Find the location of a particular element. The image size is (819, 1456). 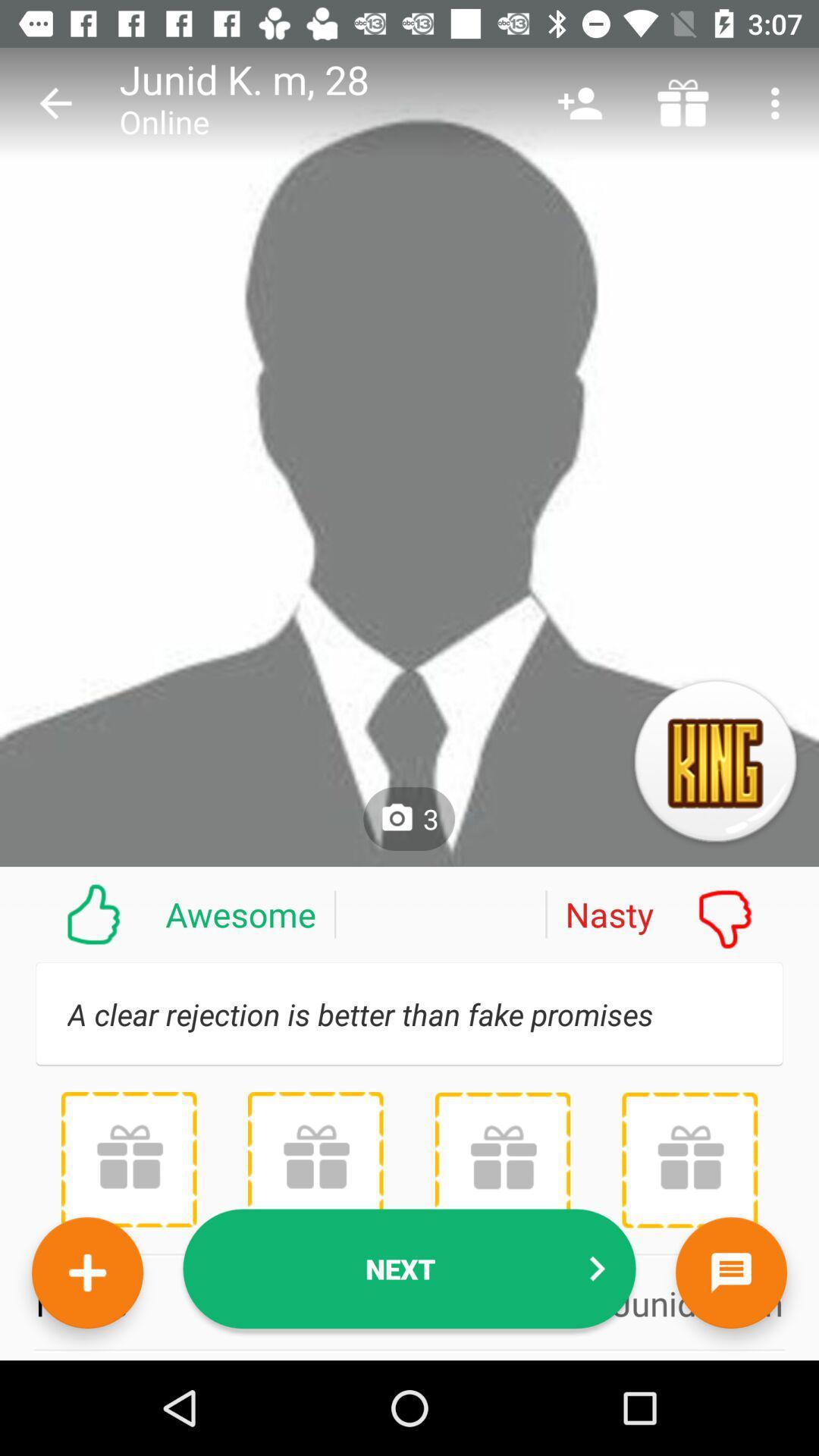

the nasty icon is located at coordinates (681, 913).